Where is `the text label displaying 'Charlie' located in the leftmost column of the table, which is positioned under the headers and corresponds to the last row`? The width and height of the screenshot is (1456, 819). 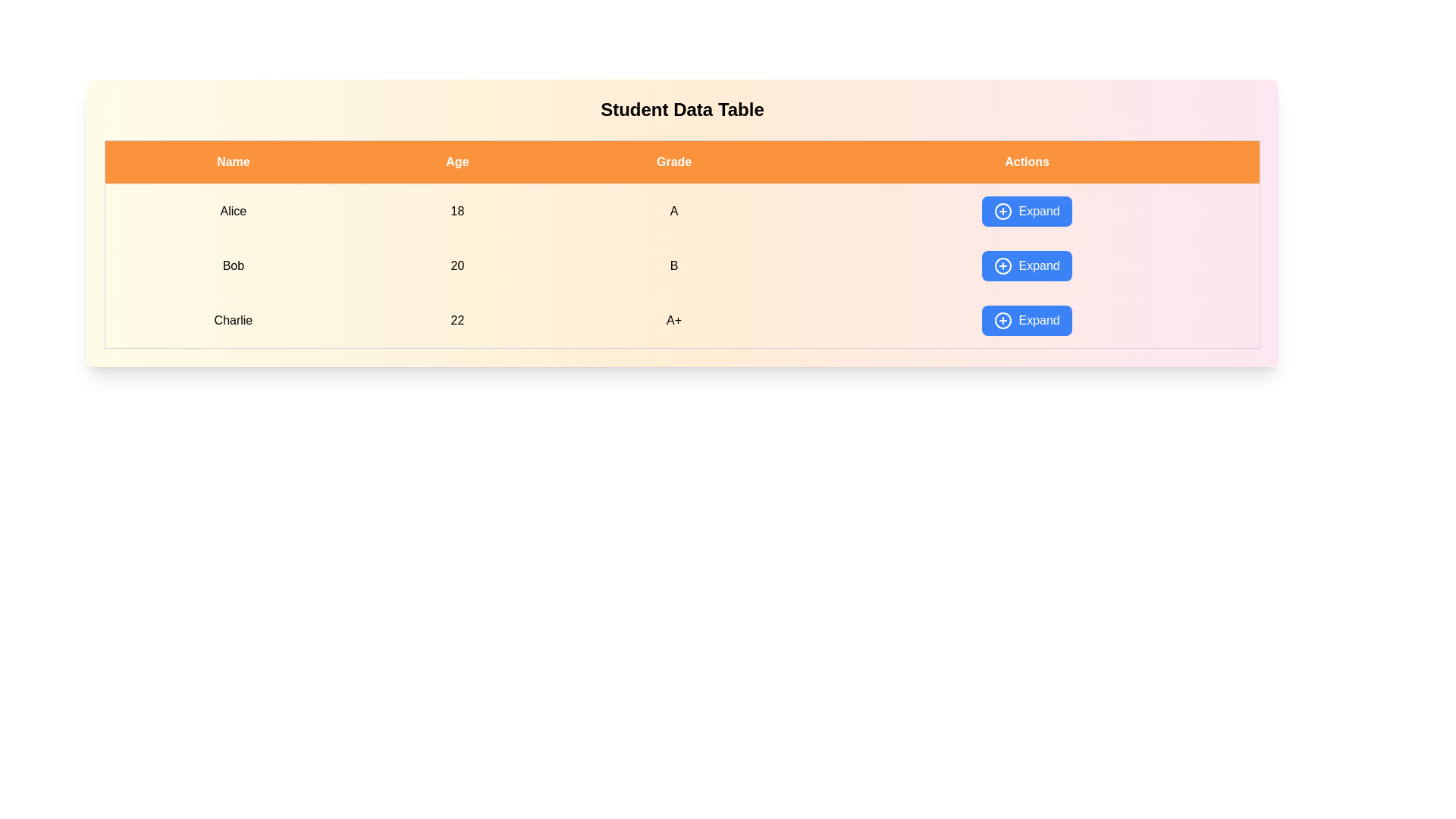
the text label displaying 'Charlie' located in the leftmost column of the table, which is positioned under the headers and corresponds to the last row is located at coordinates (232, 320).